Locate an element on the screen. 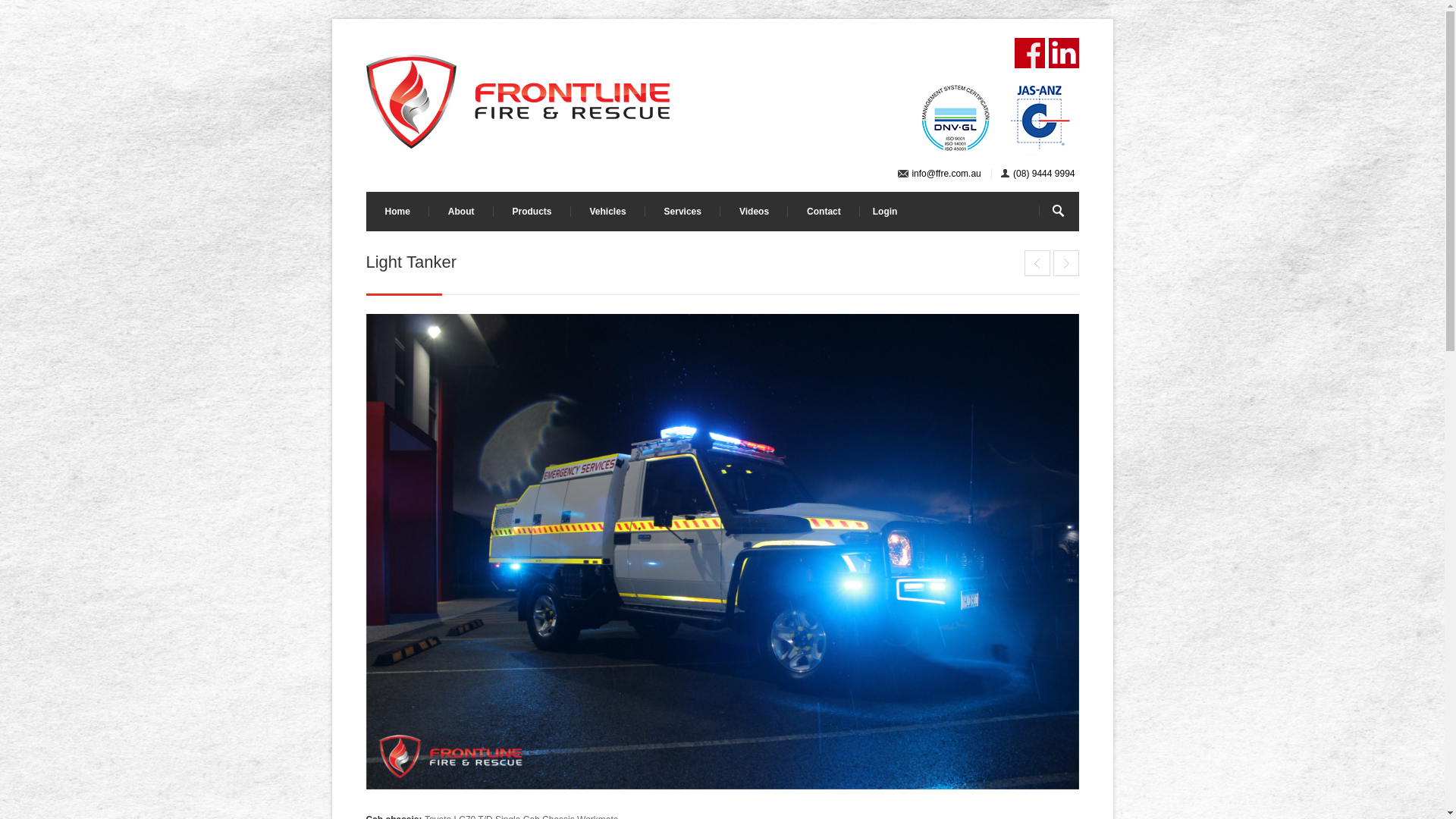  '3.4 Urban Tanker' is located at coordinates (1065, 262).